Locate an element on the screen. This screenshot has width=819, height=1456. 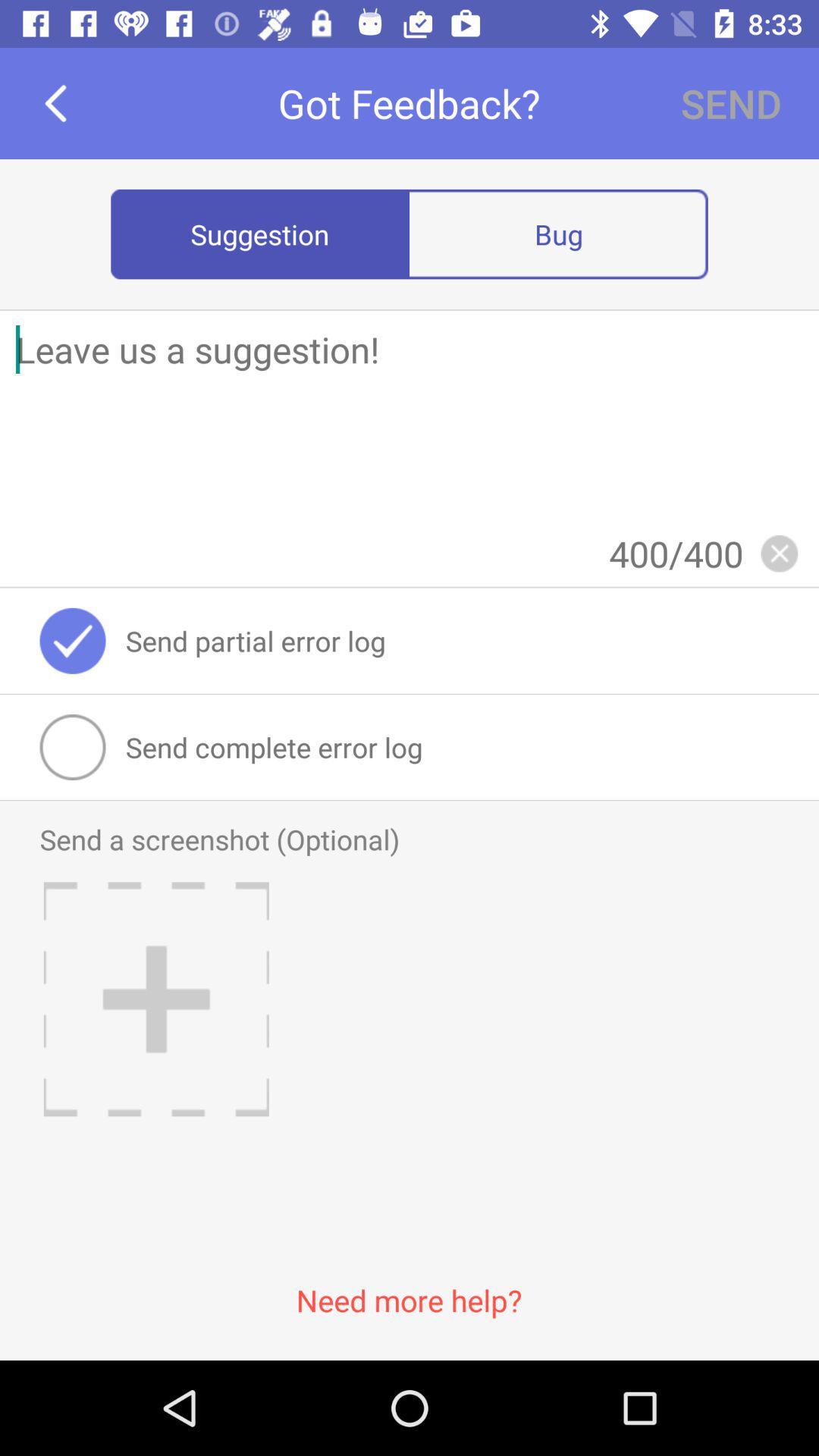
the arrow_backward icon is located at coordinates (55, 102).